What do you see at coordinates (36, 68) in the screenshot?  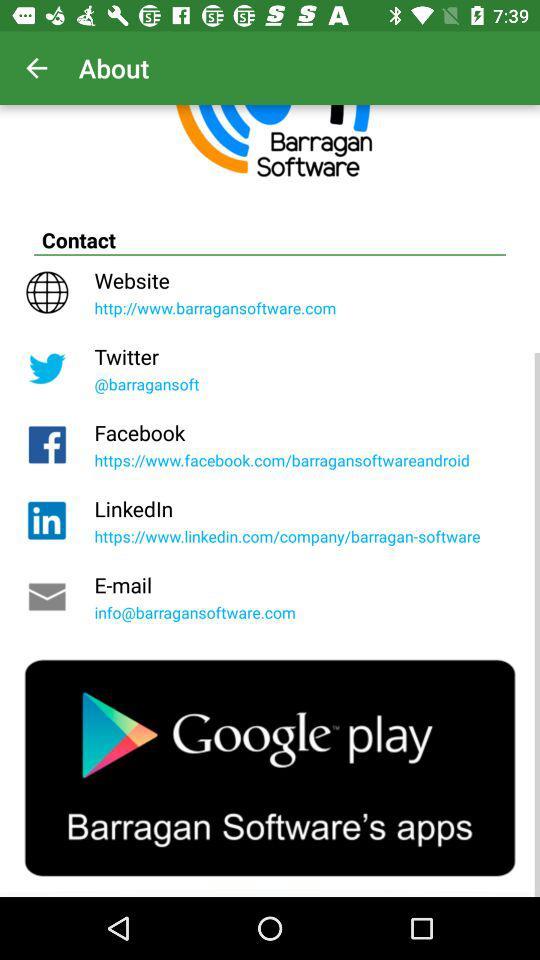 I see `app to the left of the about icon` at bounding box center [36, 68].